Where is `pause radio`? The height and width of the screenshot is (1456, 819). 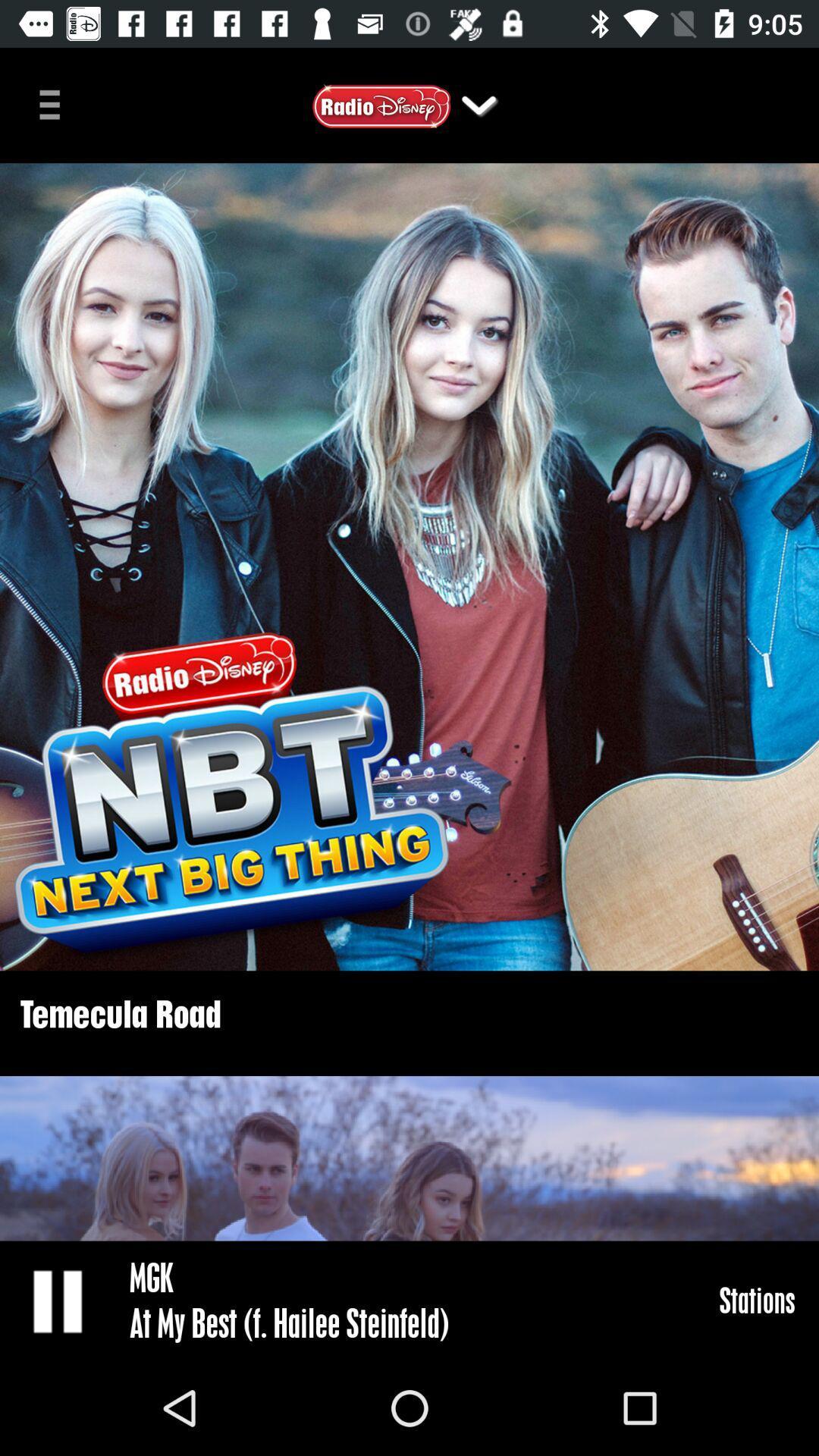 pause radio is located at coordinates (58, 1300).